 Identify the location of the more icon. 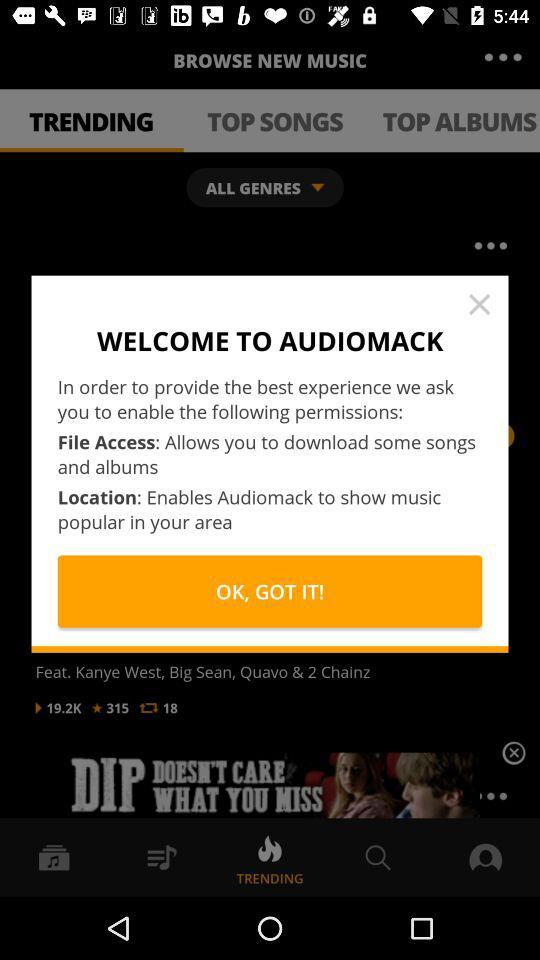
(502, 56).